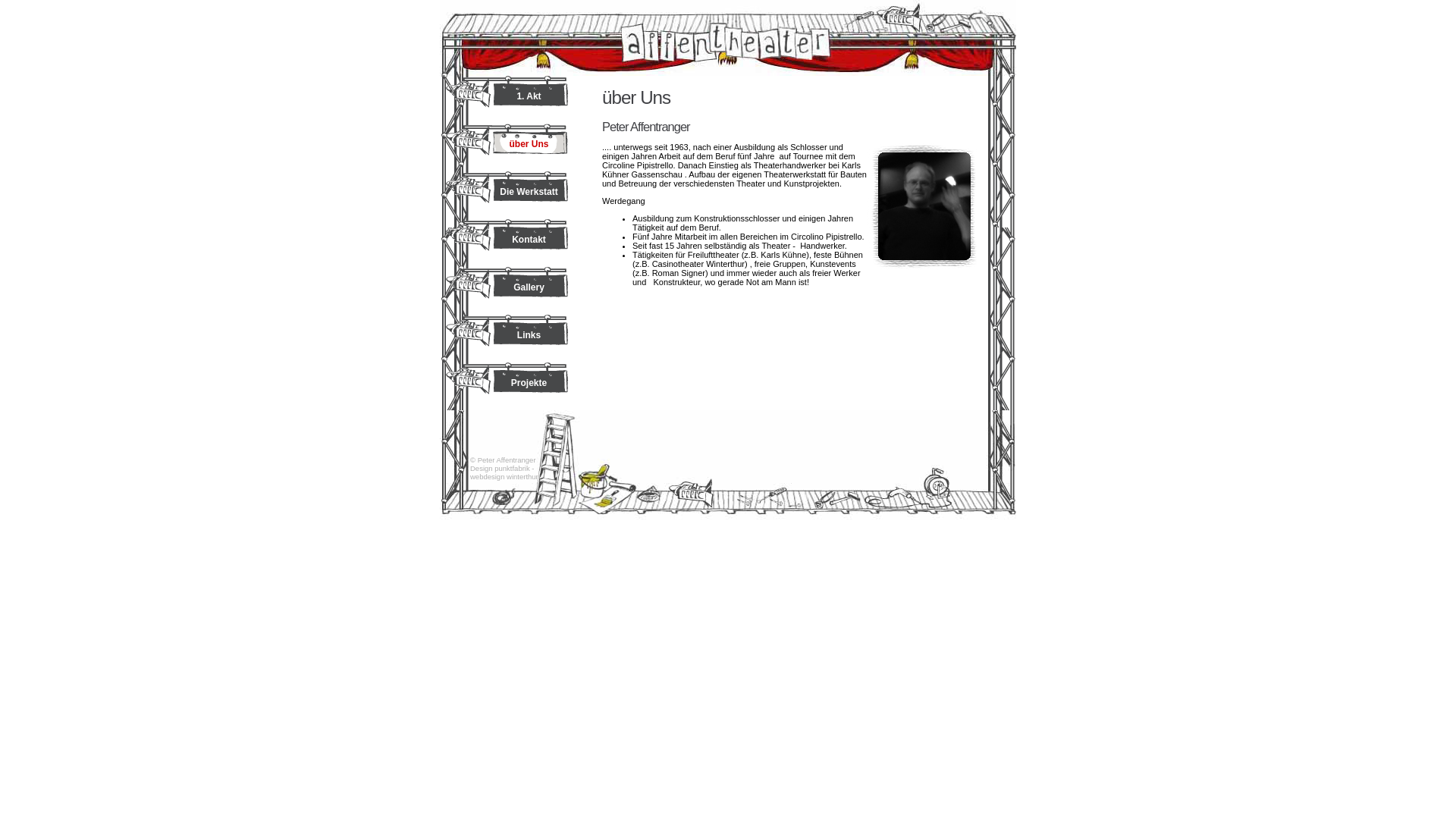  I want to click on 'Projekte', so click(507, 385).